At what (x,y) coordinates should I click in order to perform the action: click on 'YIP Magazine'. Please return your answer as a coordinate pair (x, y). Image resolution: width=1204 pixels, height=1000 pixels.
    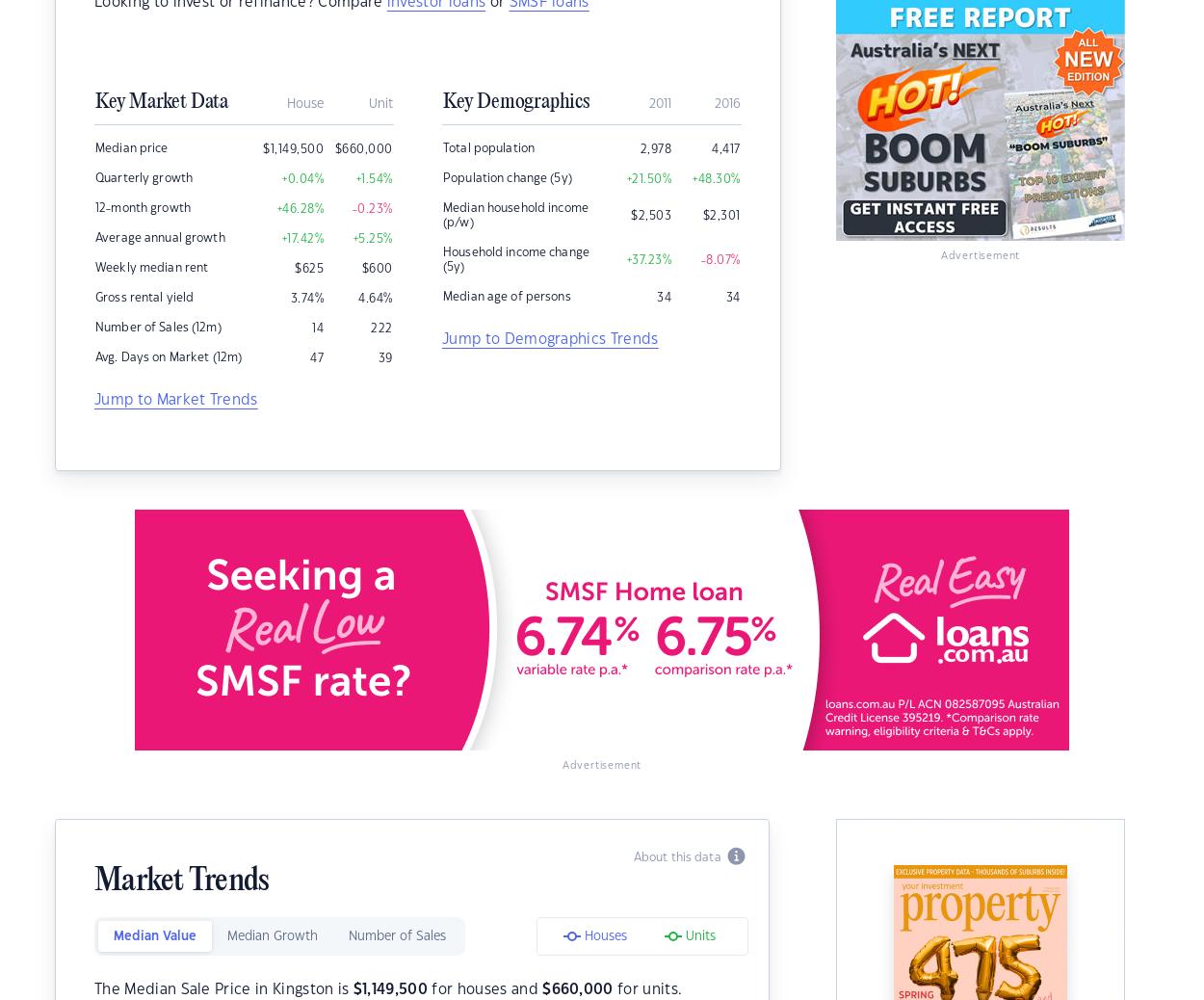
    Looking at the image, I should click on (100, 340).